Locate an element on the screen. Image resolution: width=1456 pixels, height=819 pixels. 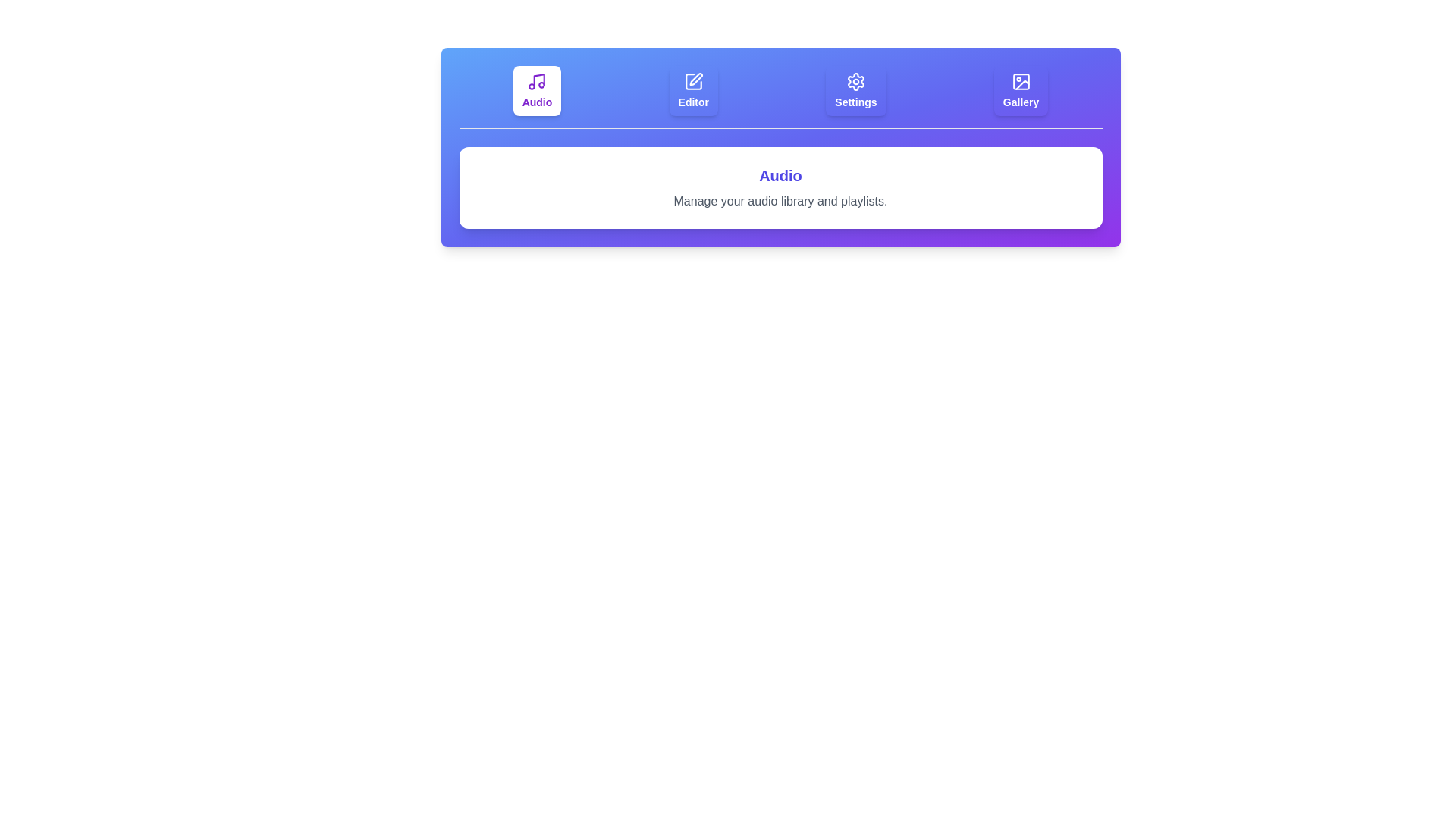
the tab labeled Gallery to select it is located at coordinates (1021, 90).